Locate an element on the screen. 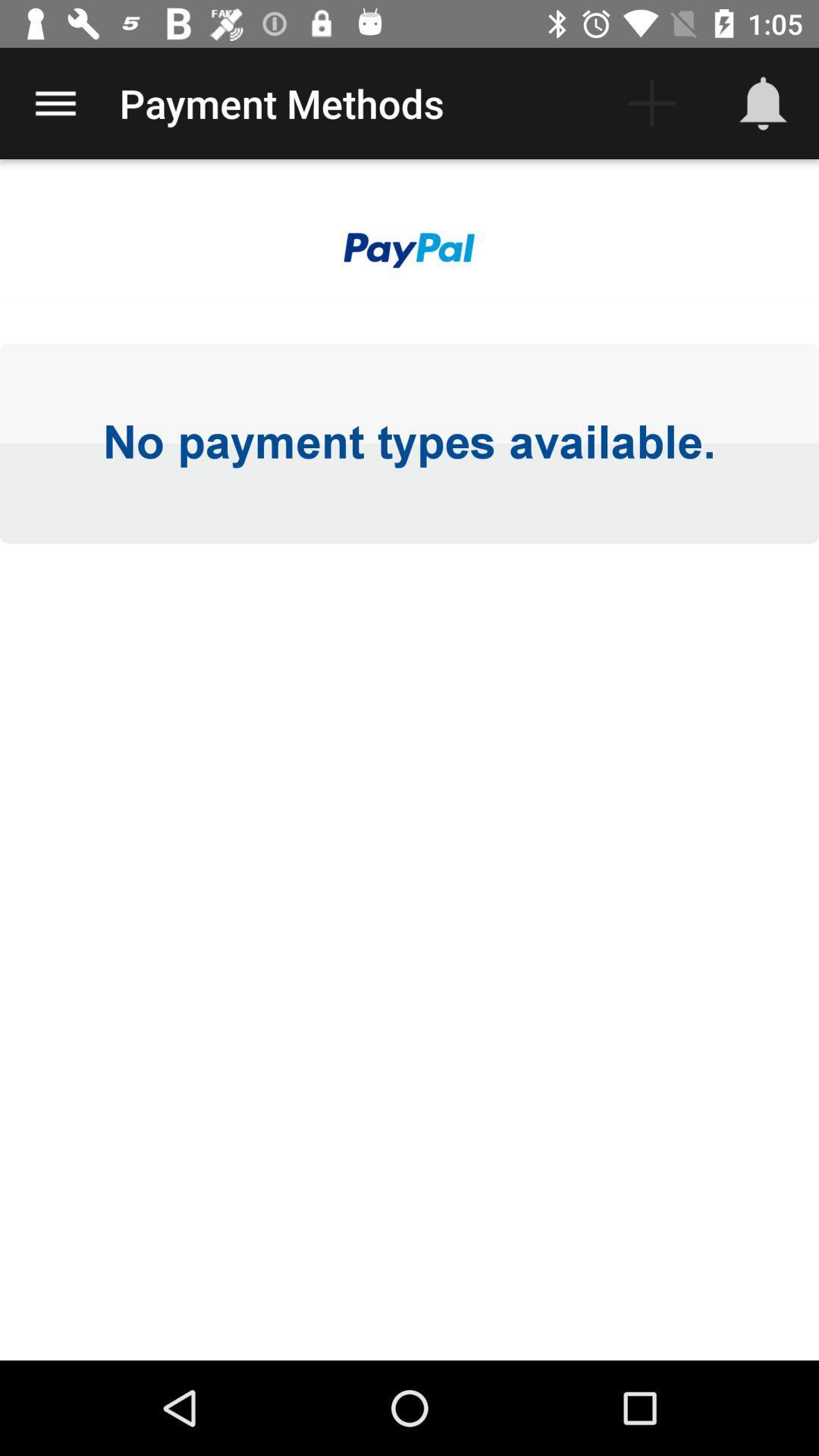  the item to the left of the payment methods item is located at coordinates (55, 102).